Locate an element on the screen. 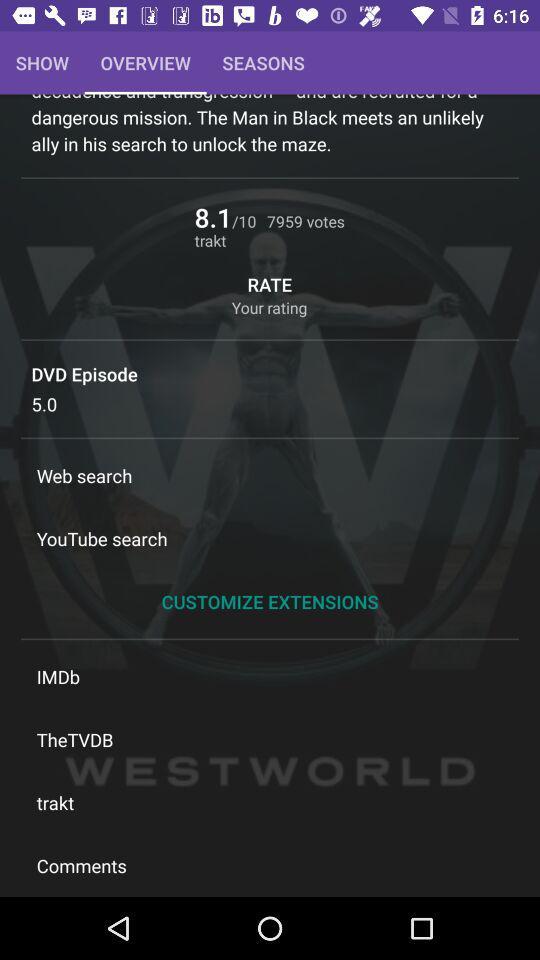 This screenshot has height=960, width=540. the comments is located at coordinates (270, 864).